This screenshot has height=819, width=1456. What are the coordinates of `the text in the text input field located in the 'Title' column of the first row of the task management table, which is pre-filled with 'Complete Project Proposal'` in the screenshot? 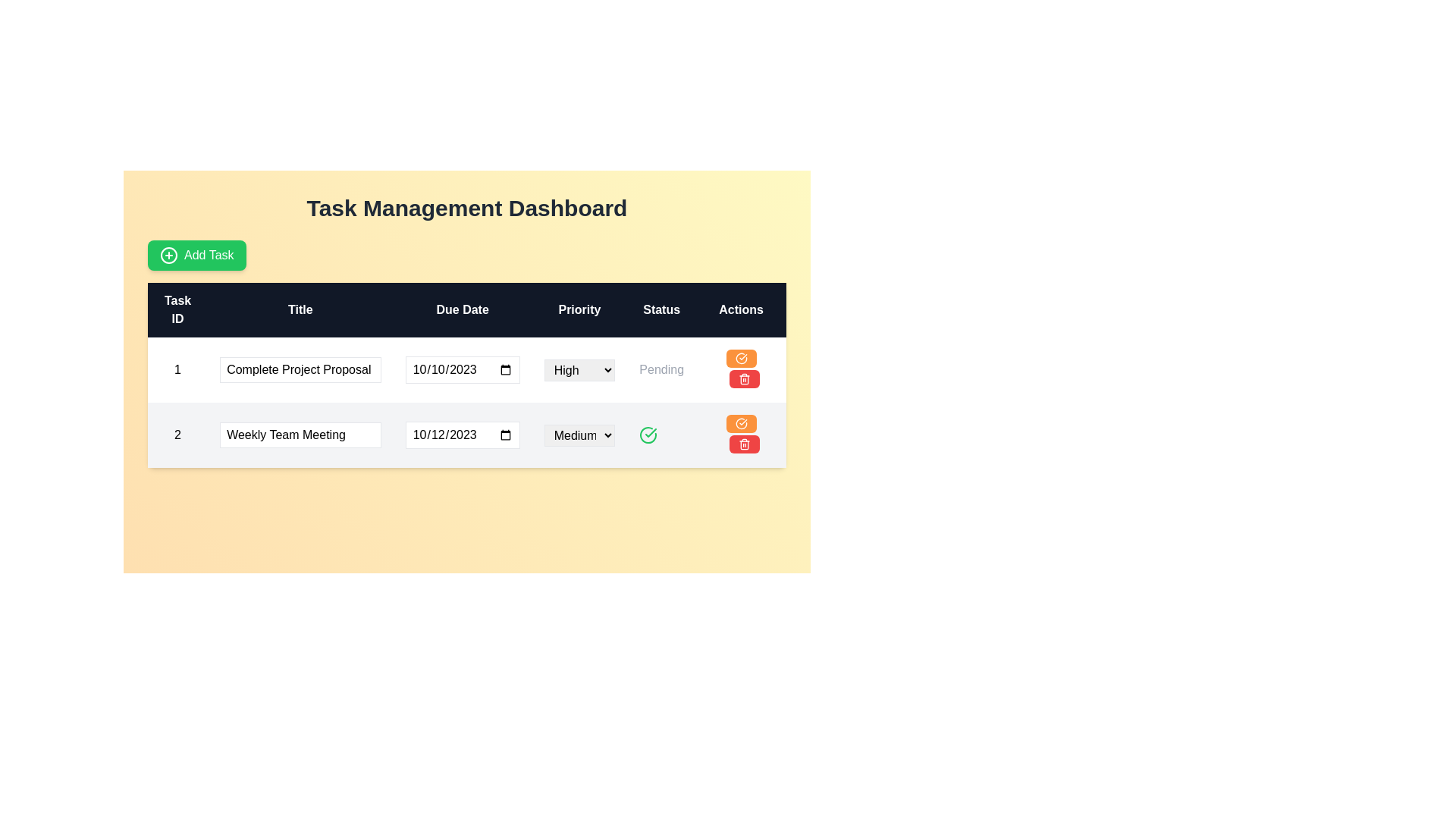 It's located at (300, 370).